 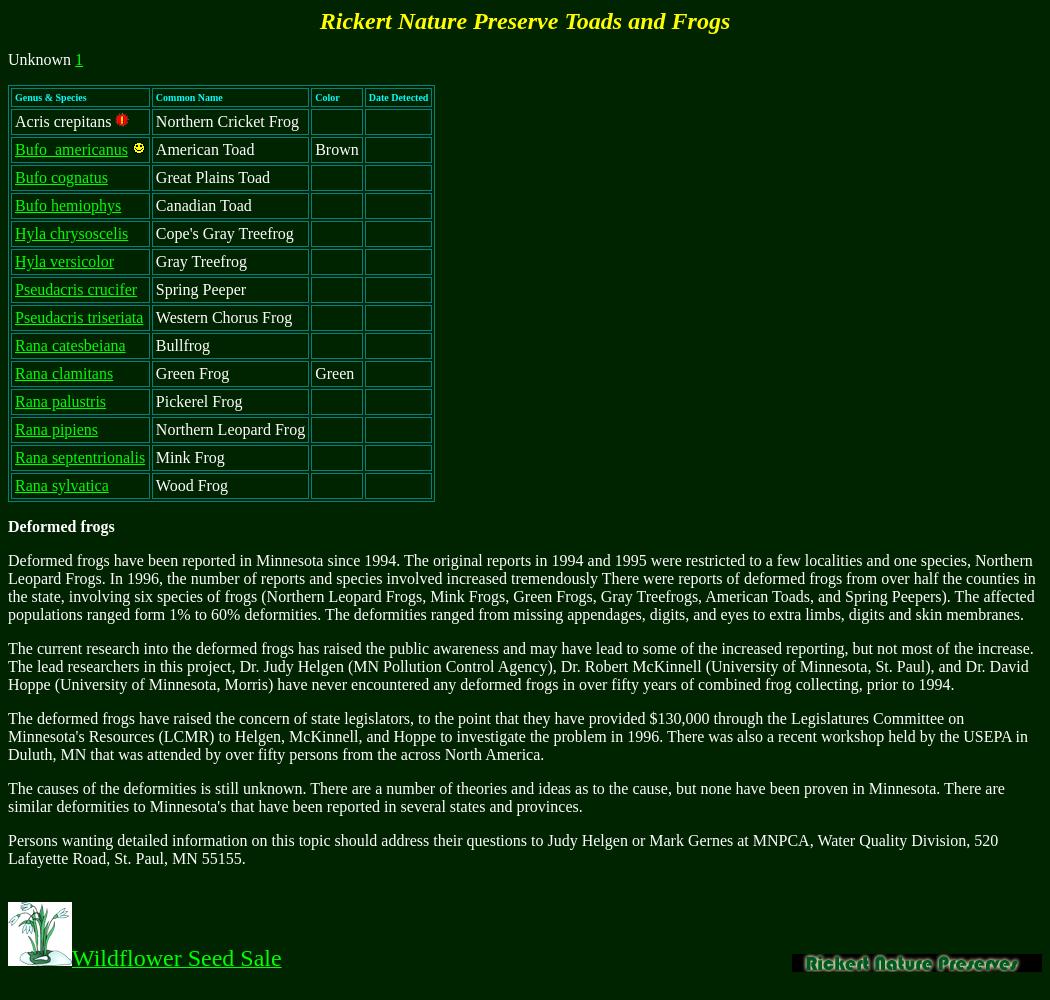 I want to click on 'Wildflower 
	Seed Sale', so click(x=176, y=957).